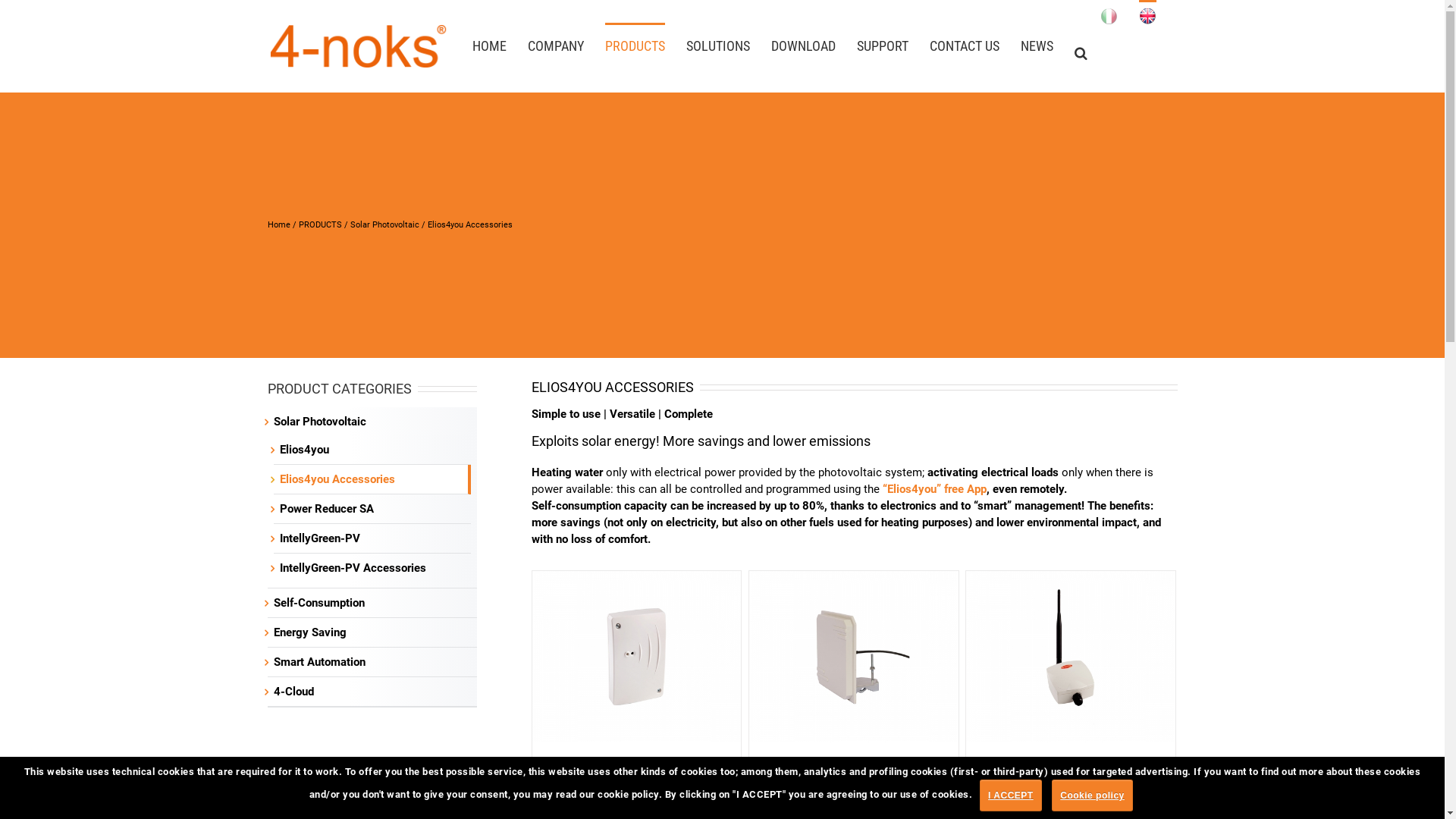 Image resolution: width=1456 pixels, height=819 pixels. I want to click on 'Elios4you', so click(279, 449).